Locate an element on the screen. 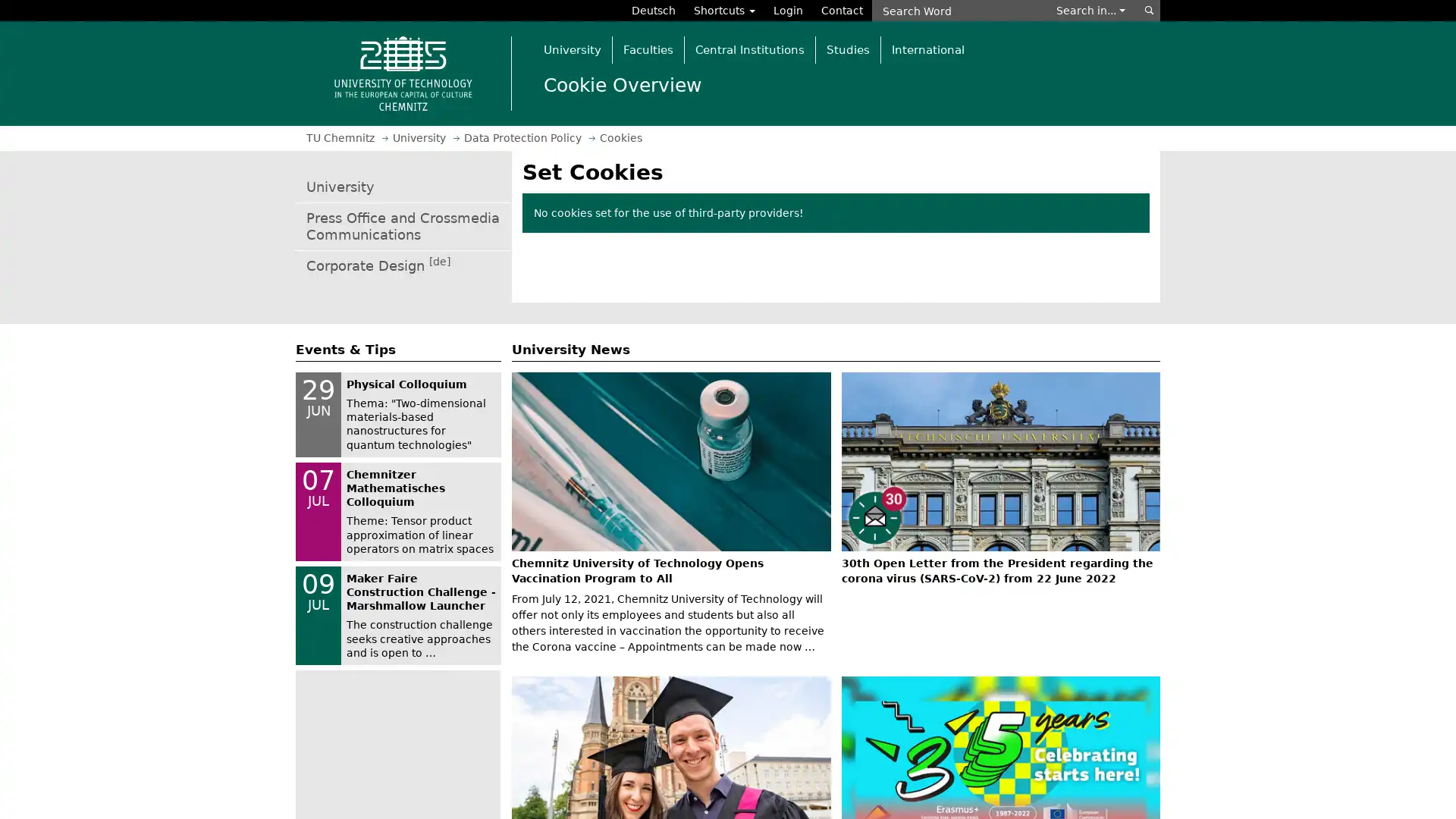  International is located at coordinates (927, 49).